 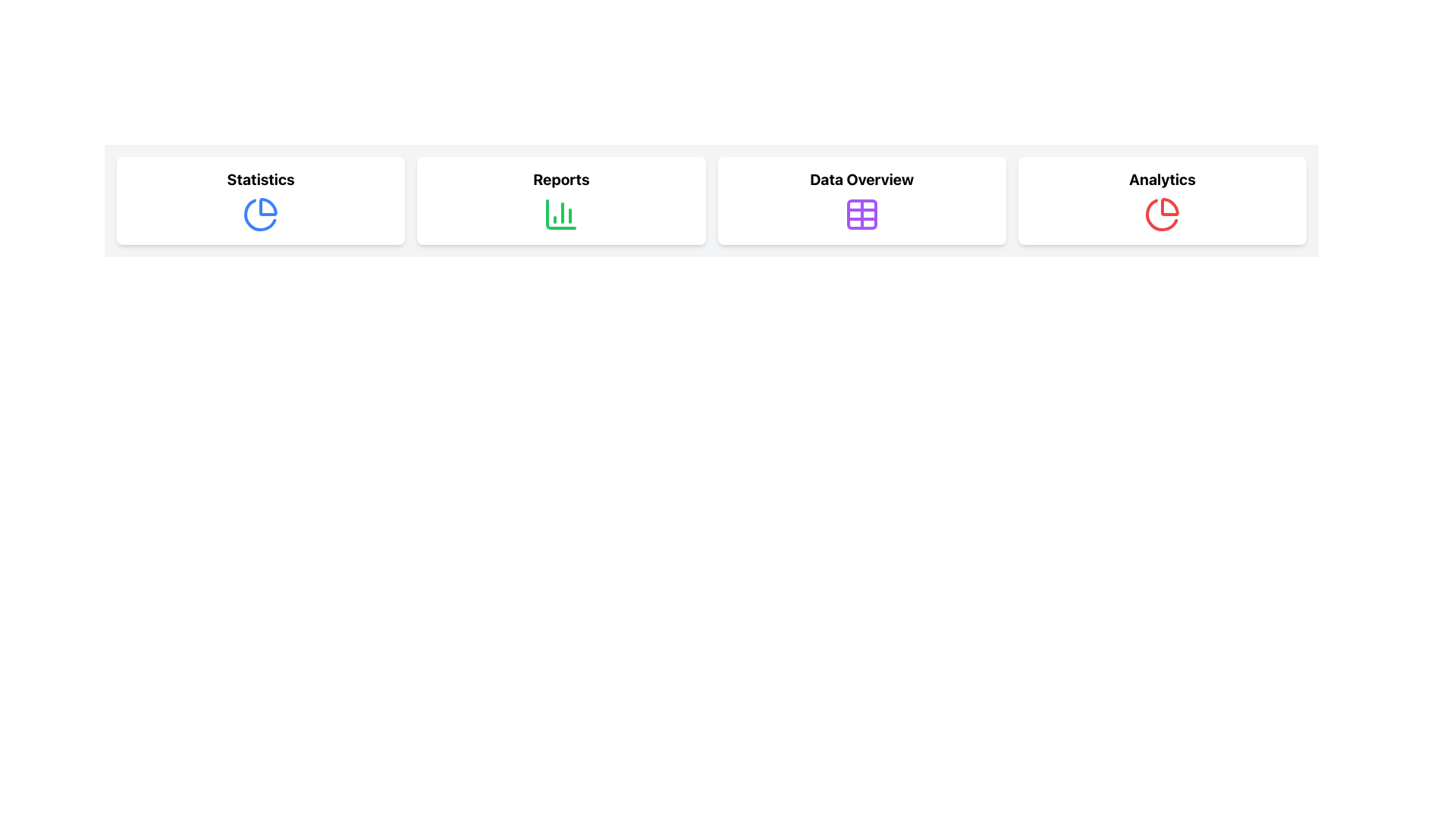 What do you see at coordinates (560, 200) in the screenshot?
I see `the 'Reports' card component, which is the second card from the left in a grid layout, to interact with it` at bounding box center [560, 200].